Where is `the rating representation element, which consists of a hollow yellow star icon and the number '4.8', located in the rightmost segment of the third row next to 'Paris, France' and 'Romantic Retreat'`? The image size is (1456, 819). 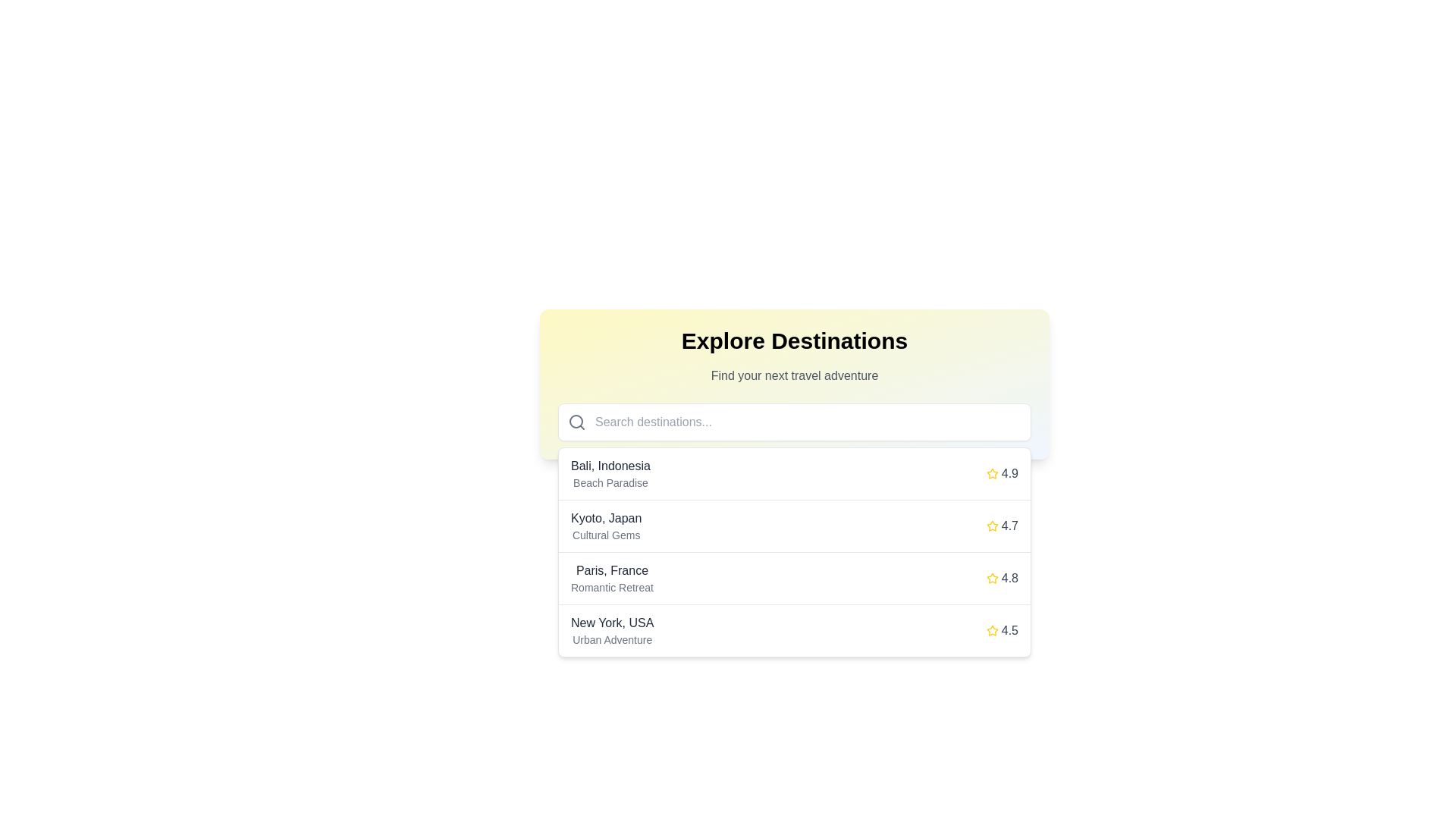 the rating representation element, which consists of a hollow yellow star icon and the number '4.8', located in the rightmost segment of the third row next to 'Paris, France' and 'Romantic Retreat' is located at coordinates (1002, 579).